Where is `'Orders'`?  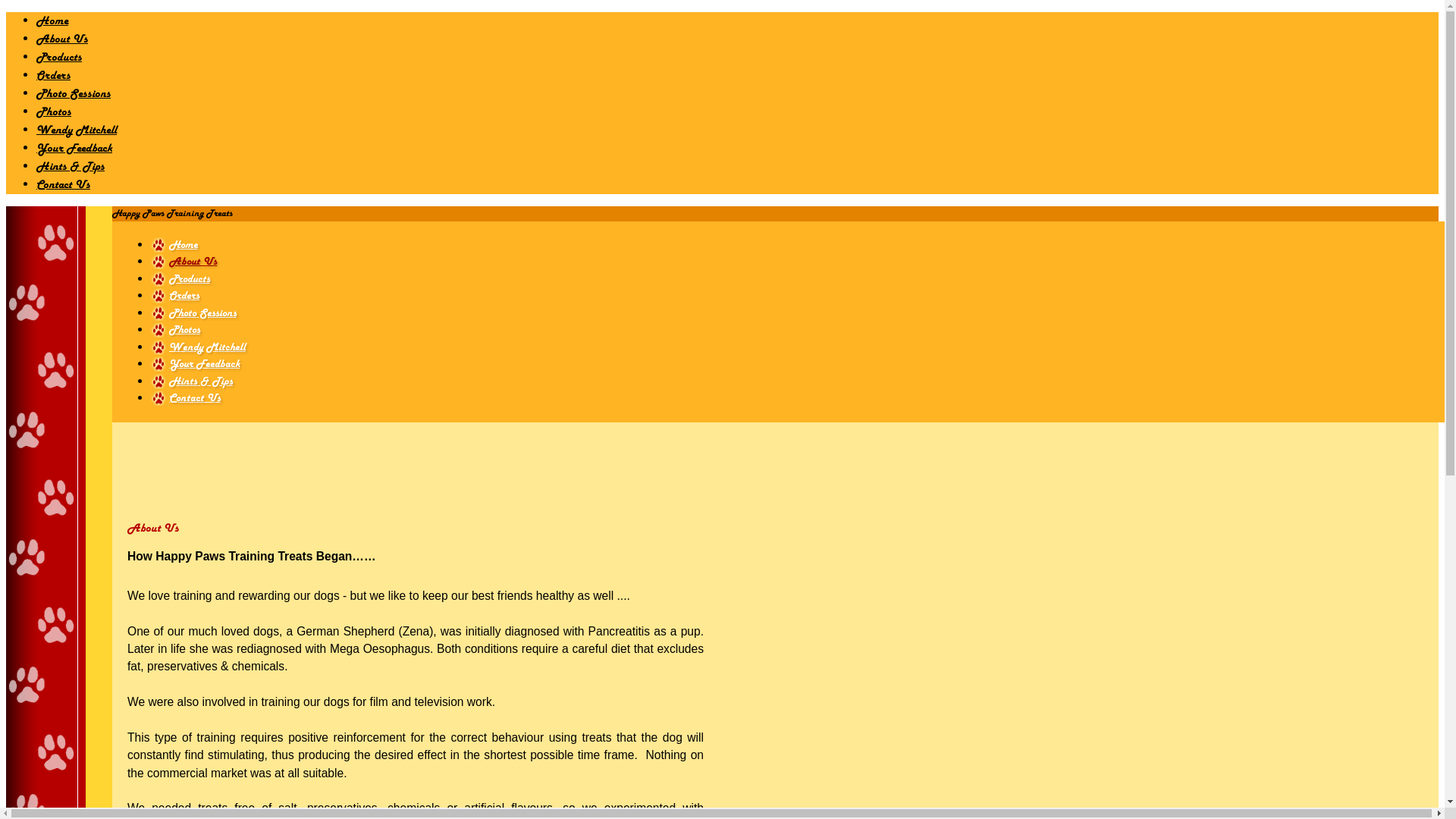
'Orders' is located at coordinates (53, 75).